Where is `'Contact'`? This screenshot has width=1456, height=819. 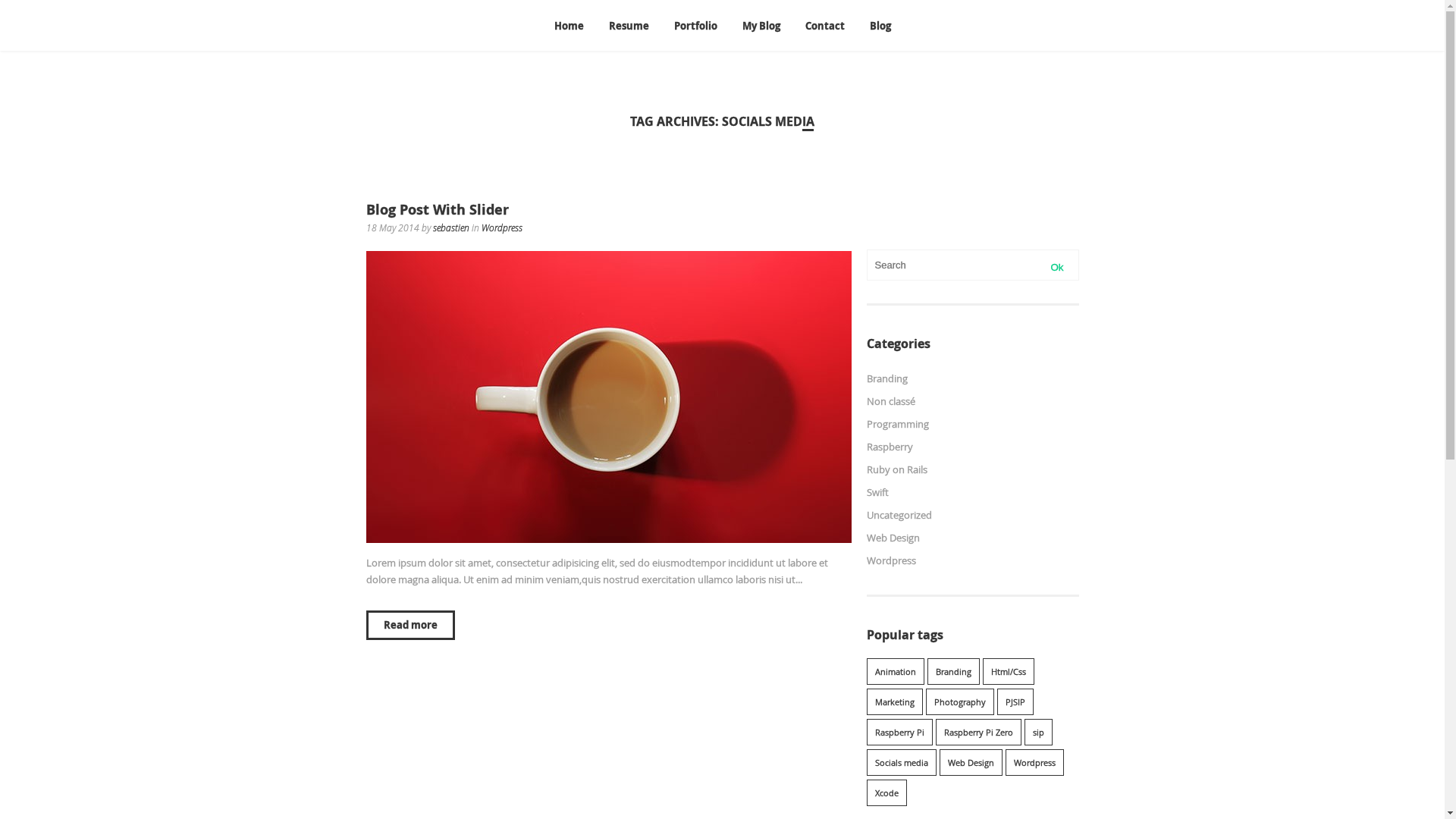 'Contact' is located at coordinates (823, 26).